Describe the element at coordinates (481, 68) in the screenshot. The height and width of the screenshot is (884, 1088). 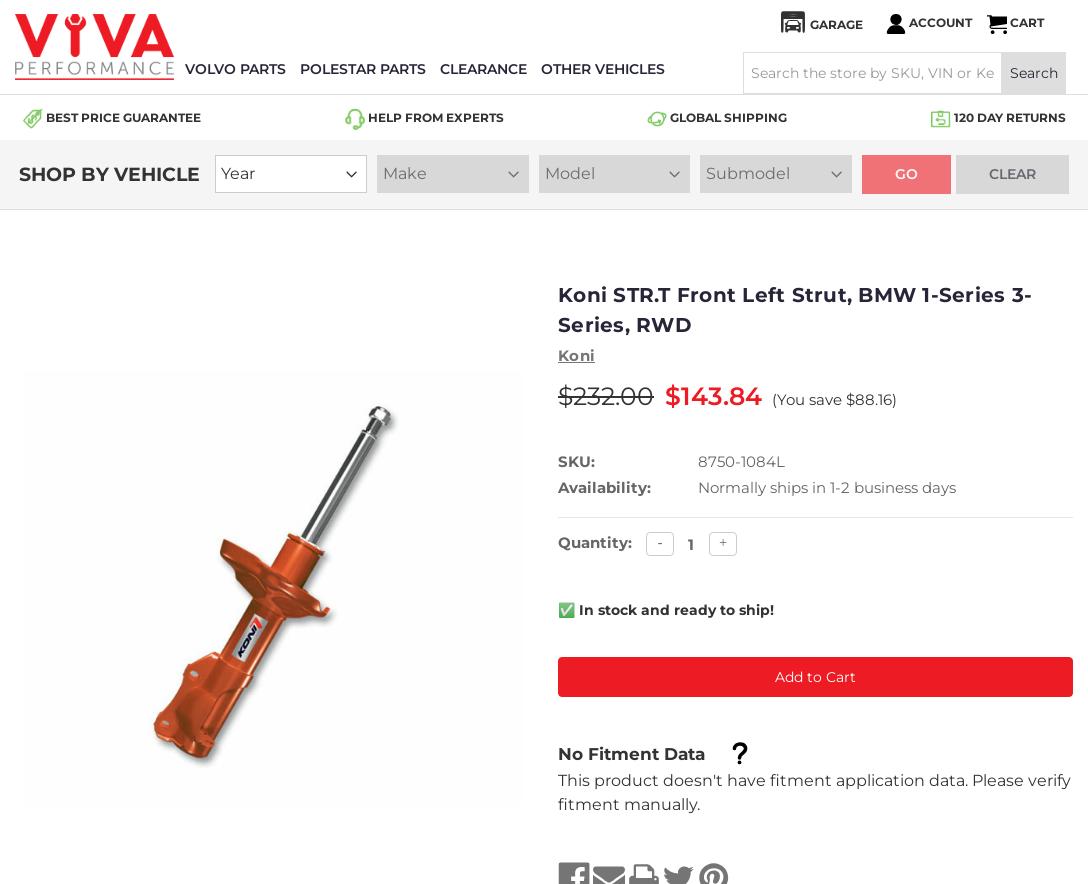
I see `'CLEARANCE'` at that location.